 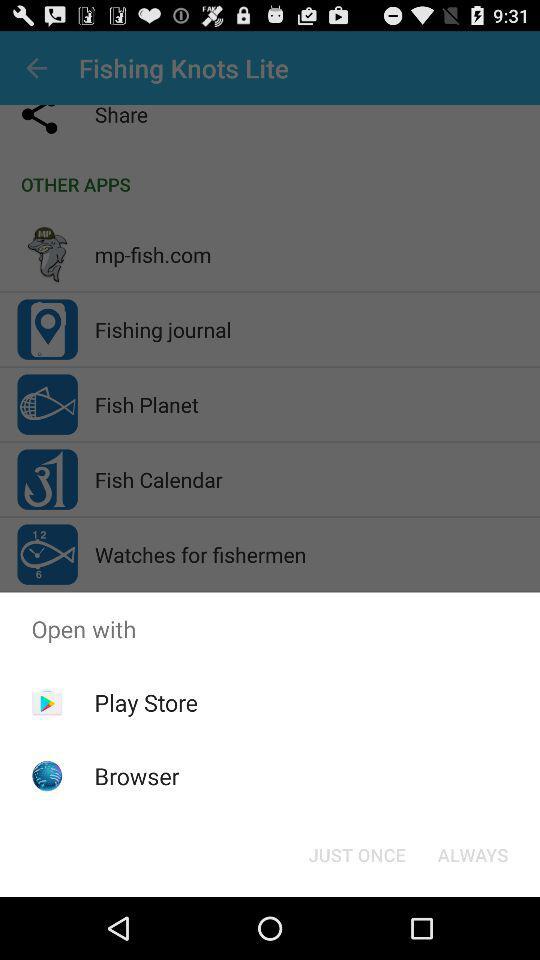 I want to click on button next to the just once button, so click(x=472, y=853).